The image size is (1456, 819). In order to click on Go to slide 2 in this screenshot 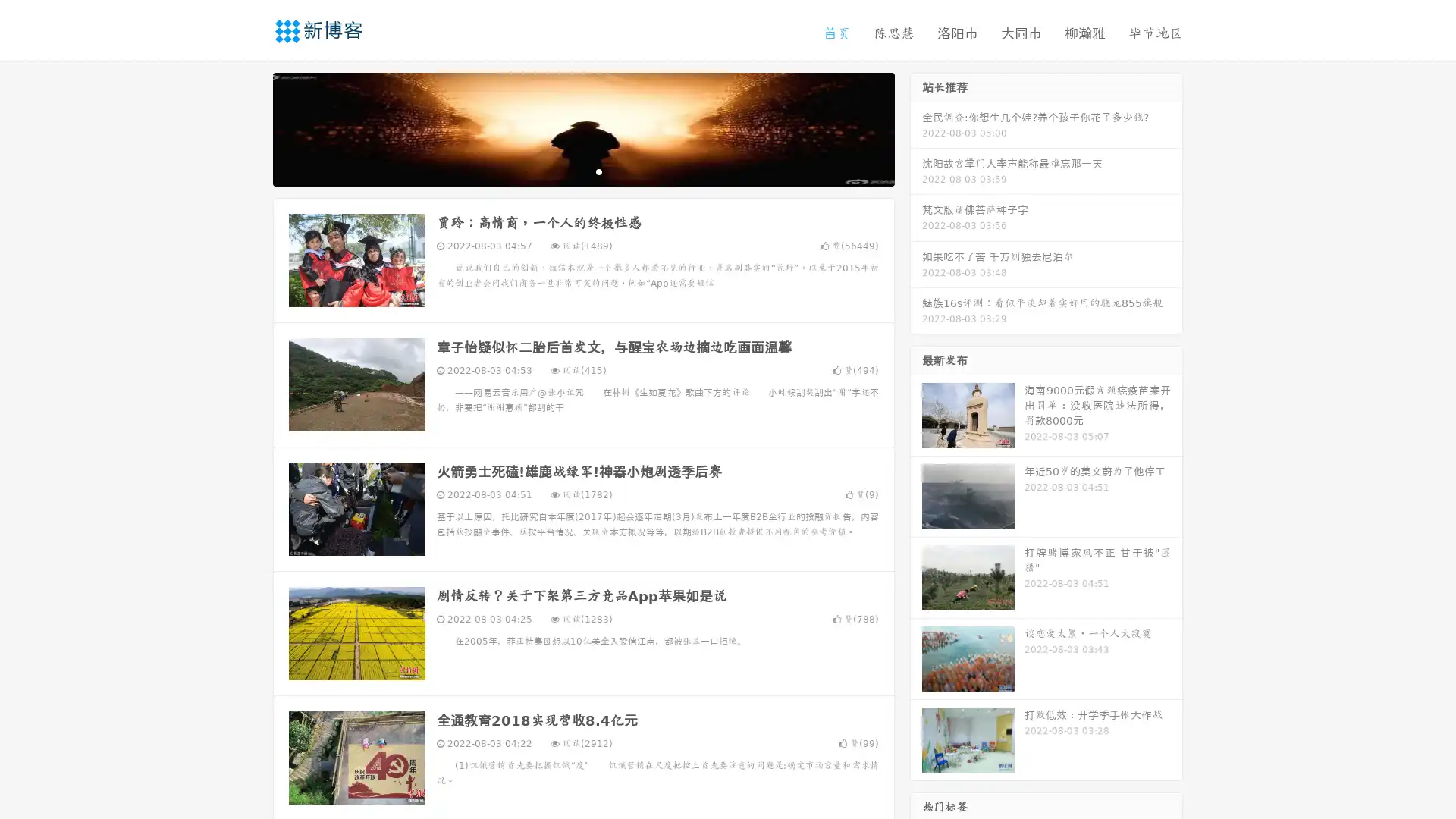, I will do `click(582, 171)`.